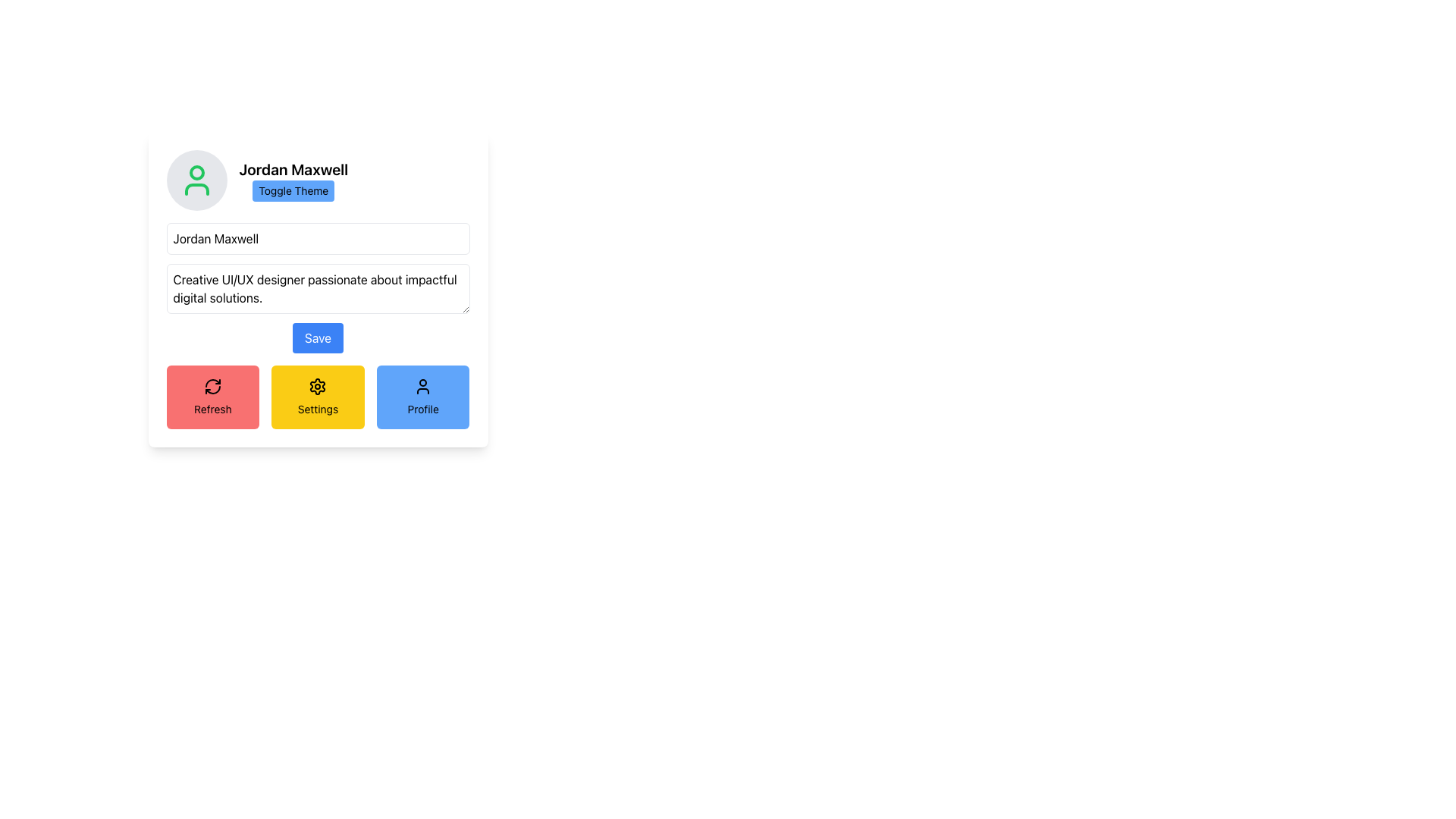 Image resolution: width=1456 pixels, height=819 pixels. Describe the element at coordinates (293, 180) in the screenshot. I see `the 'Toggle Theme' button within the user profile component, which displays the user's name and is located near the top-left corner of the interface, adjacent to a circular icon or avatar` at that location.